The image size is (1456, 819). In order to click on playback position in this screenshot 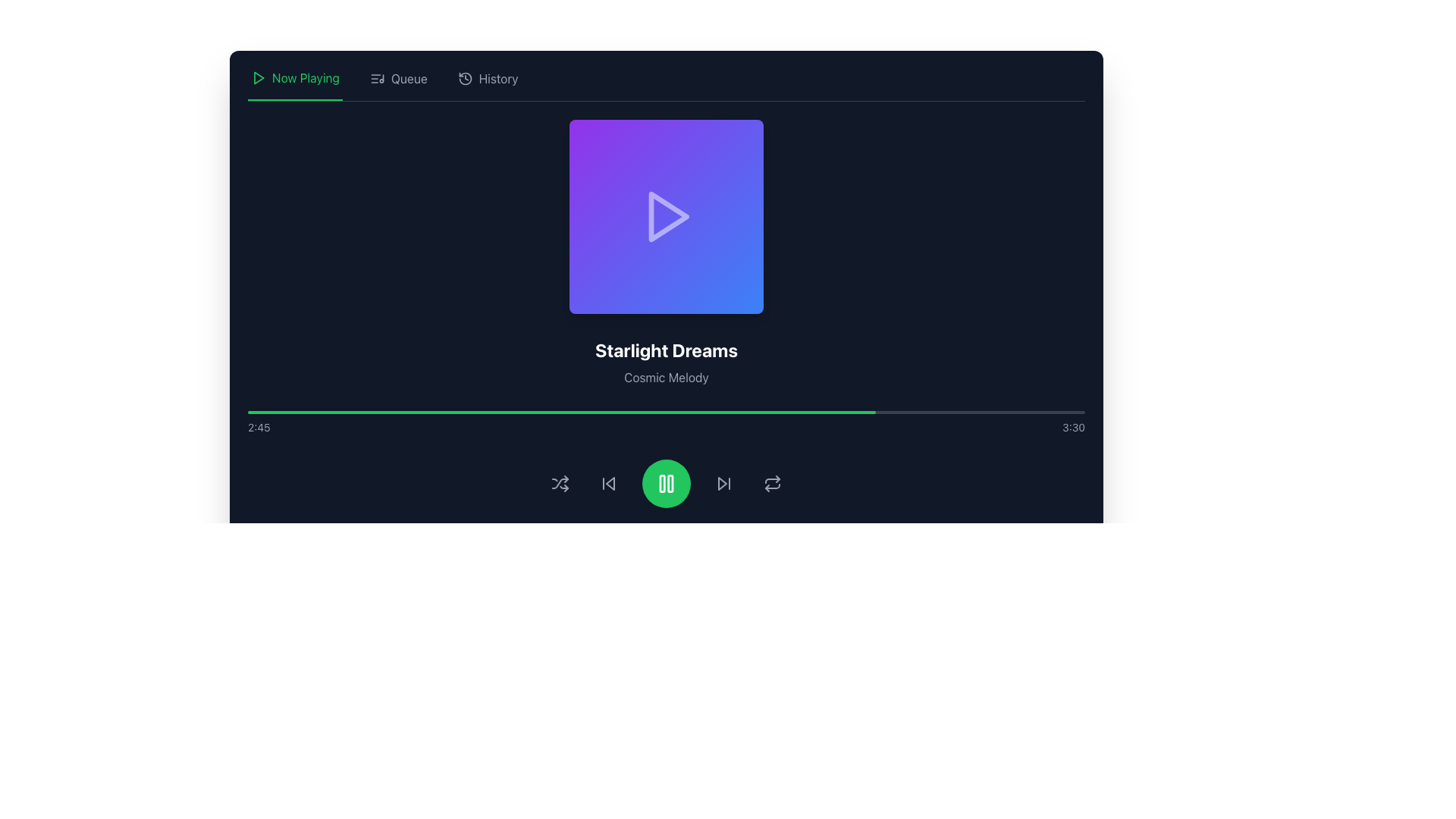, I will do `click(992, 412)`.